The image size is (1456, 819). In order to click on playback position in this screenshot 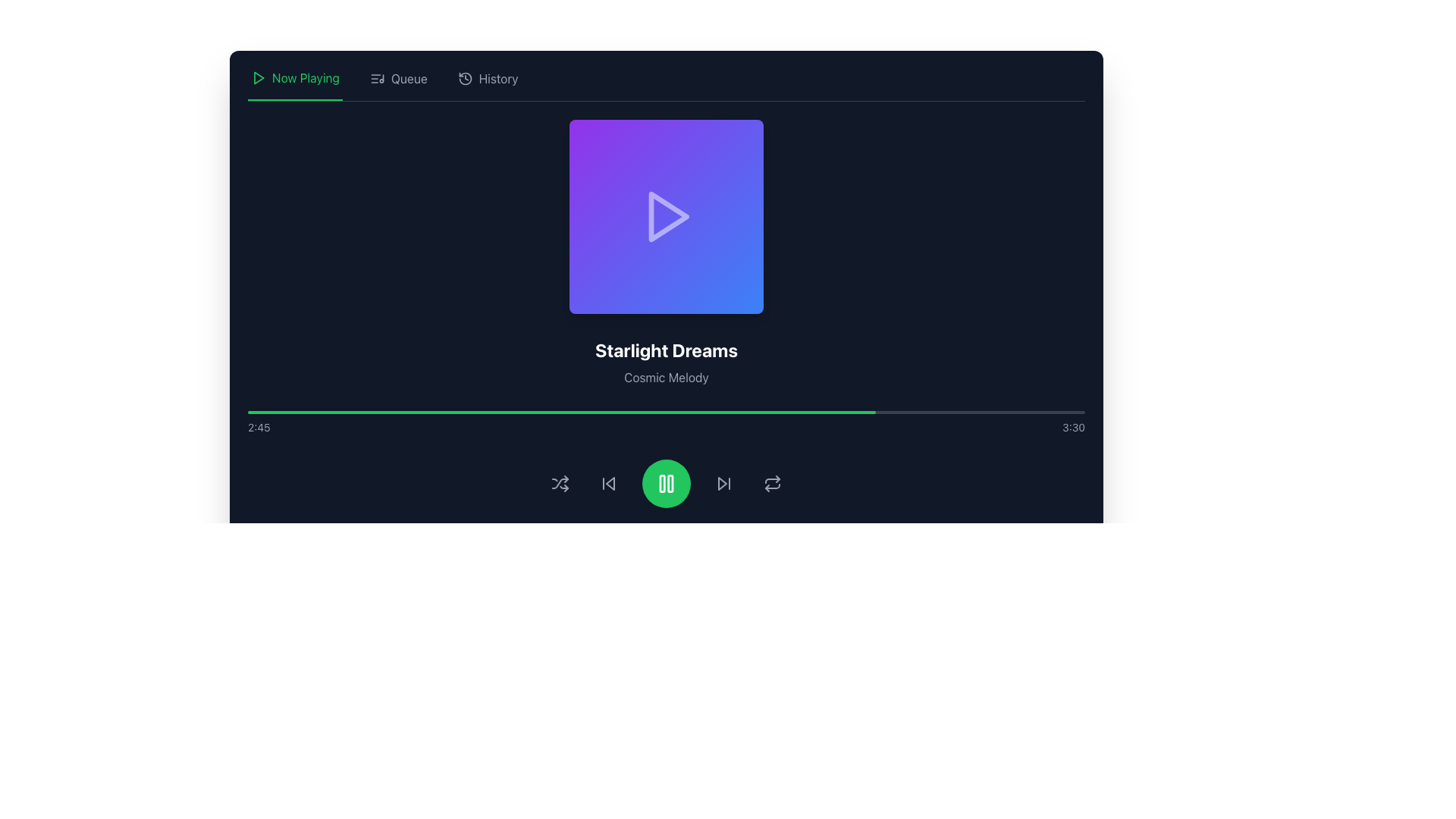, I will do `click(992, 412)`.